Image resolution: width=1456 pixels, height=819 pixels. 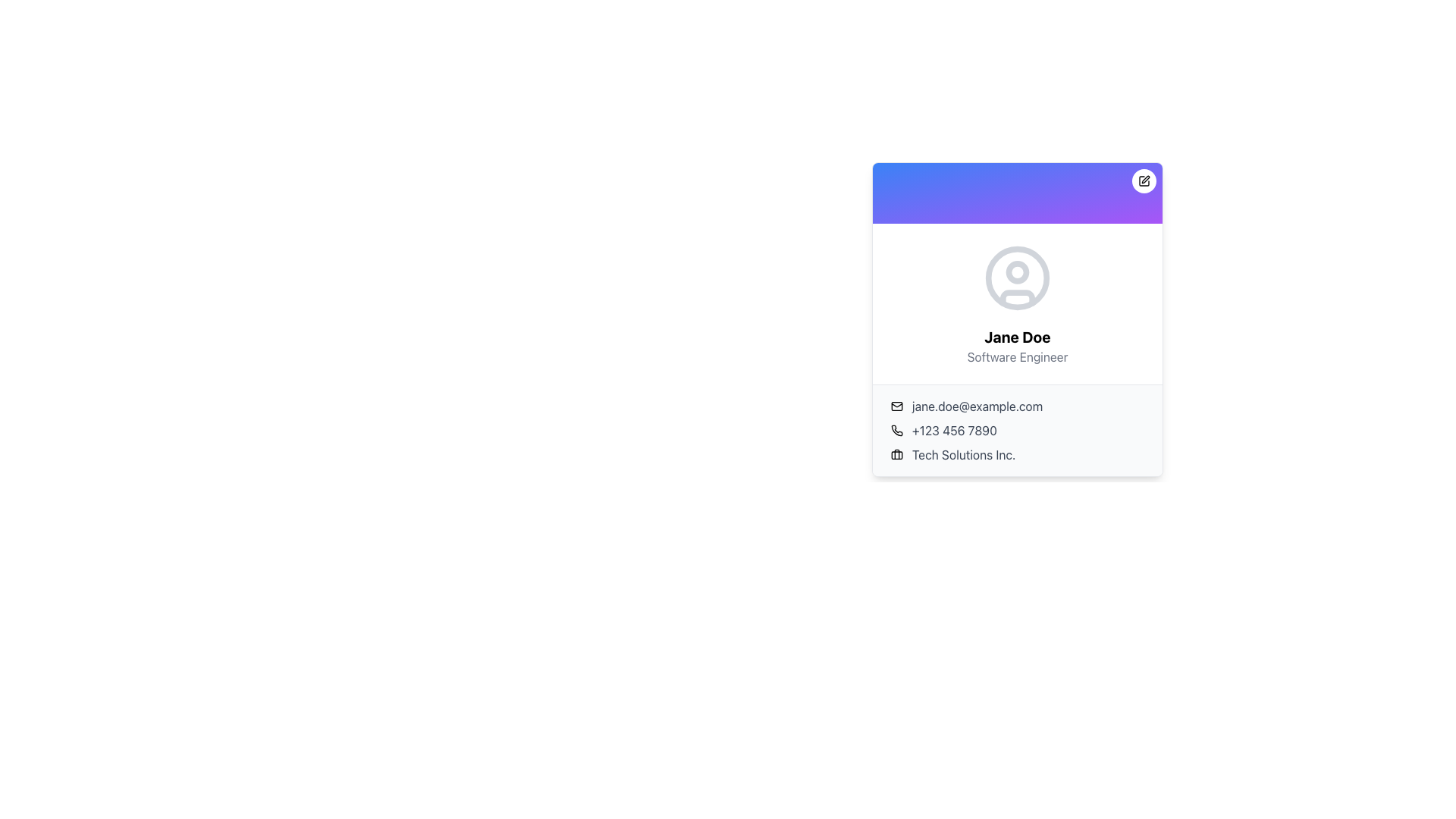 What do you see at coordinates (977, 406) in the screenshot?
I see `the text label displaying the email 'jane.doe@example.com' which is in gray color and positioned to the right of an email icon within a user profile card` at bounding box center [977, 406].